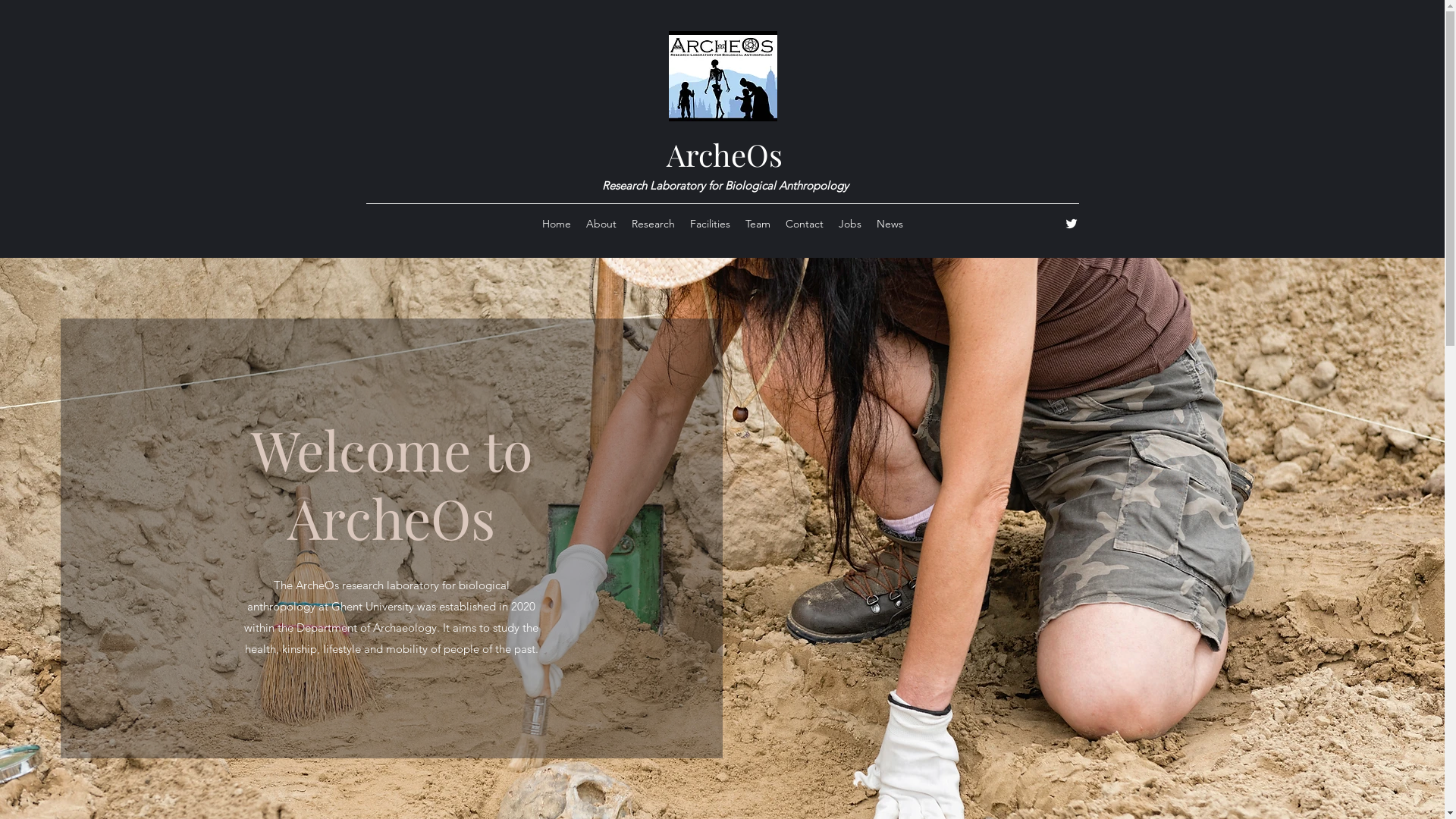  I want to click on 'News', so click(890, 223).